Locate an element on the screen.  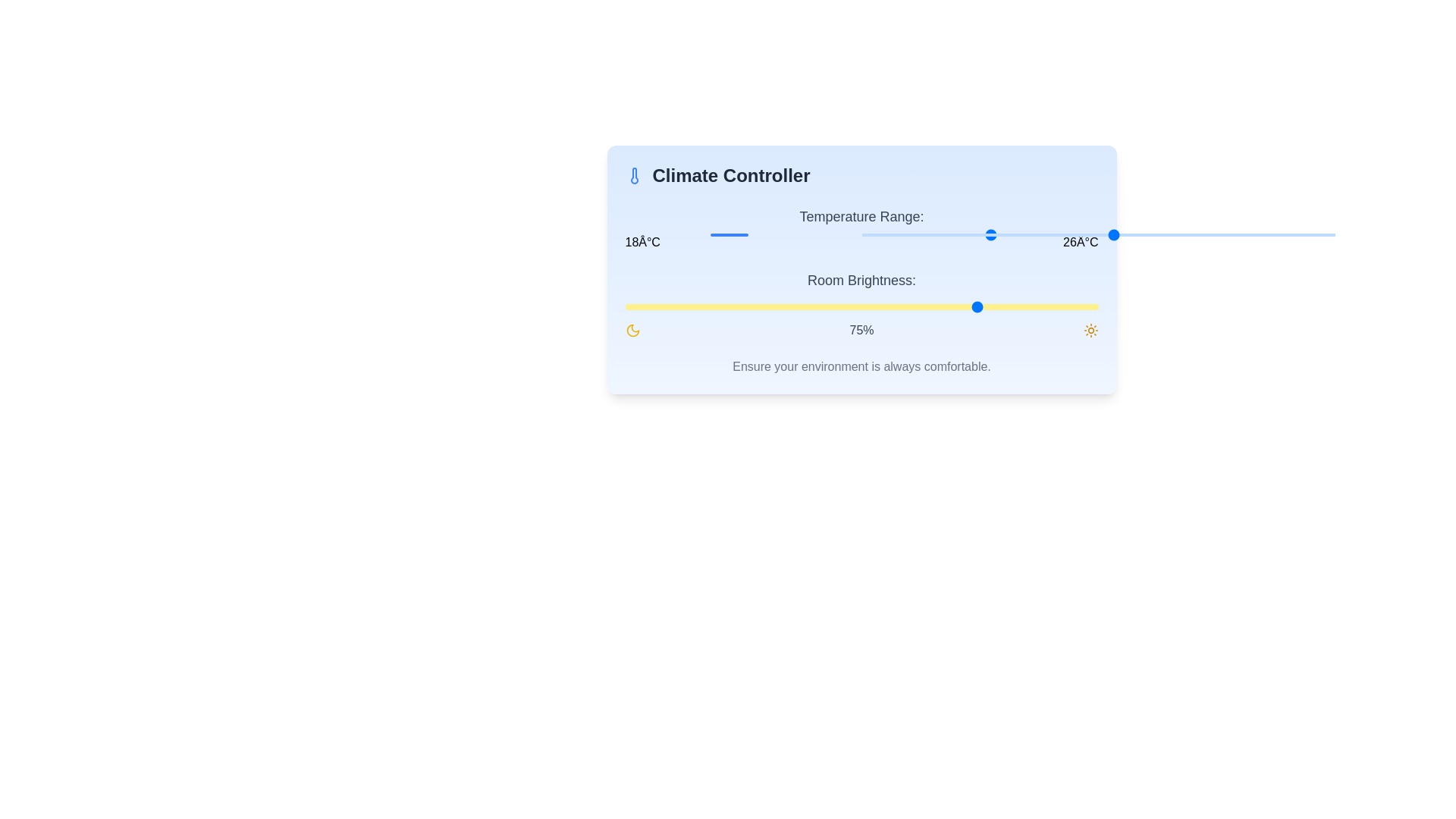
the room brightness is located at coordinates (922, 307).